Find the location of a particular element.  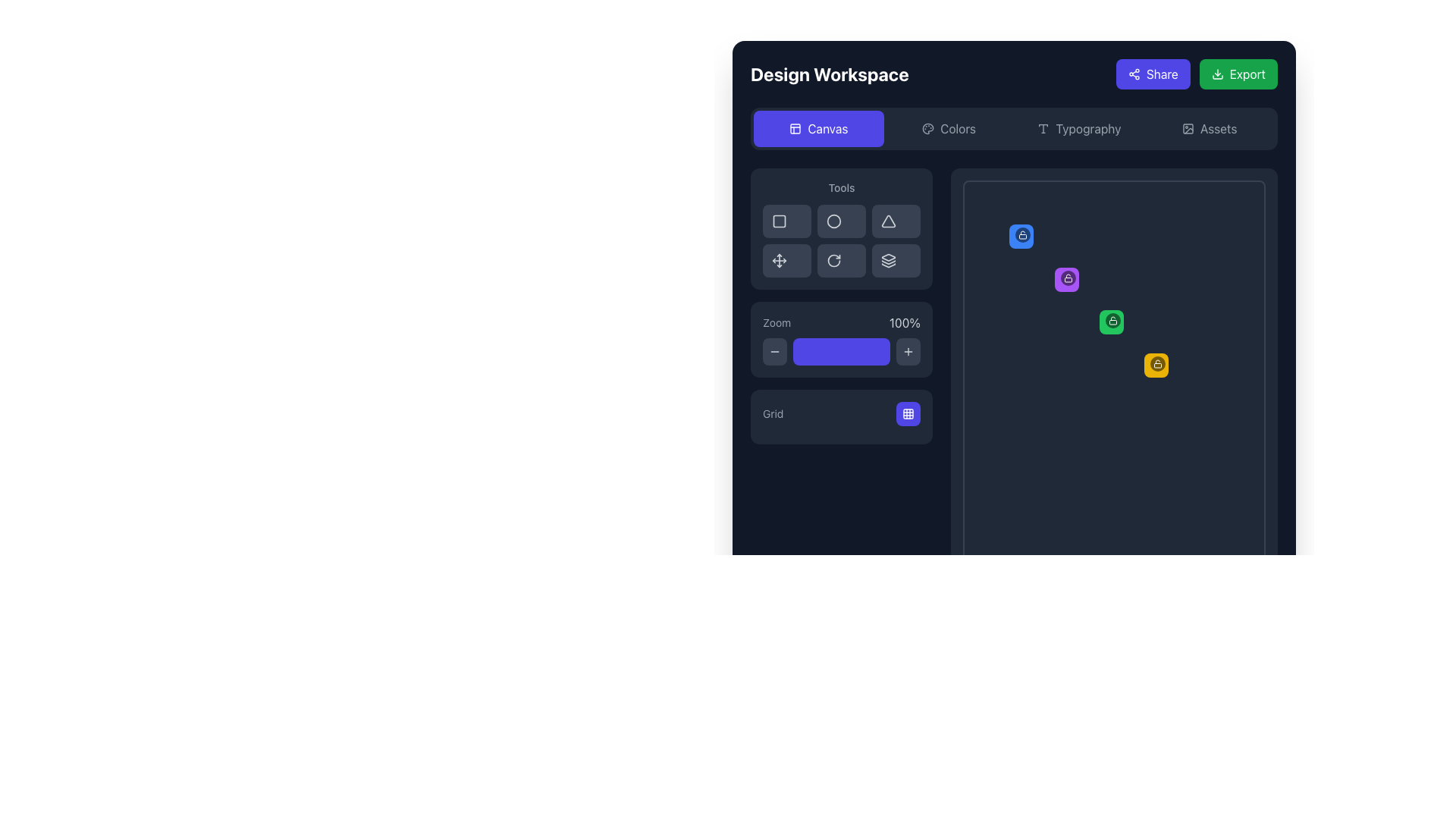

the 'Colors' button, which has a palette icon on its left and text reading 'Colors' is located at coordinates (948, 127).